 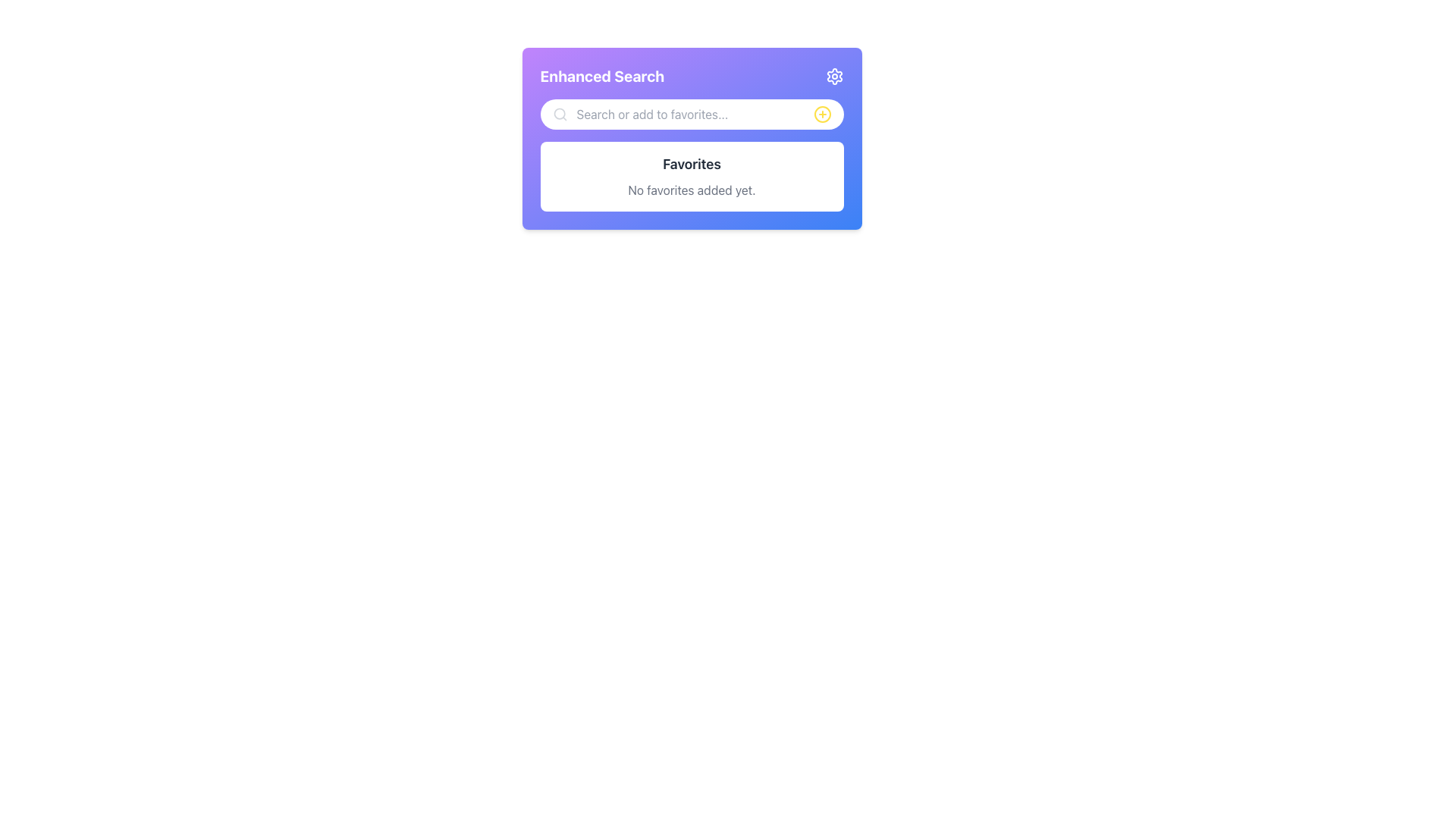 What do you see at coordinates (558, 113) in the screenshot?
I see `the decorative circle element within the magnifying glass icon in the search bar, which is located towards the left-center of the search bar` at bounding box center [558, 113].